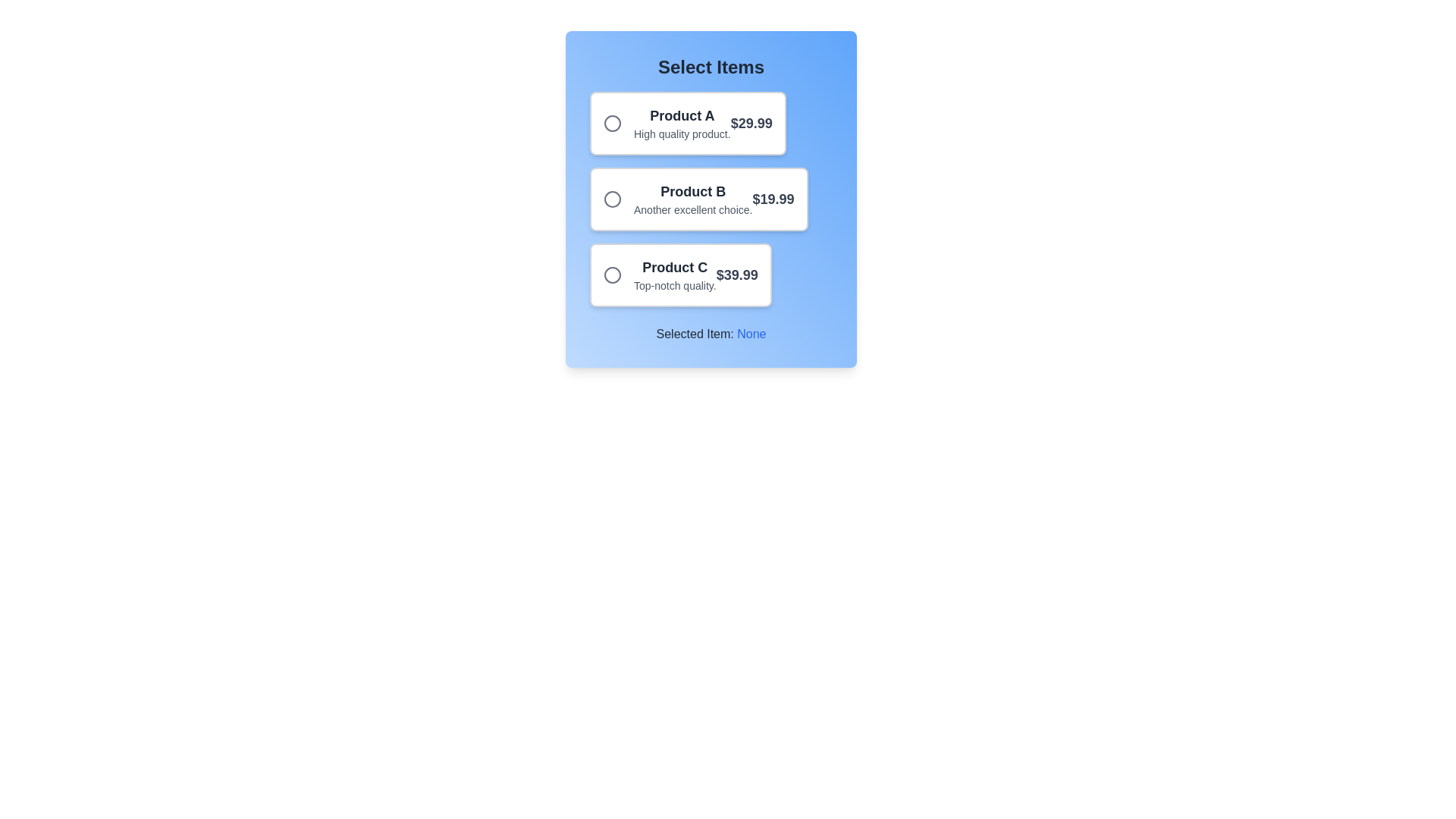 Image resolution: width=1456 pixels, height=819 pixels. I want to click on the static text element displaying 'None' in bold blue font, located to the right of the 'Selected Item:' label on a light blue background, so click(752, 333).